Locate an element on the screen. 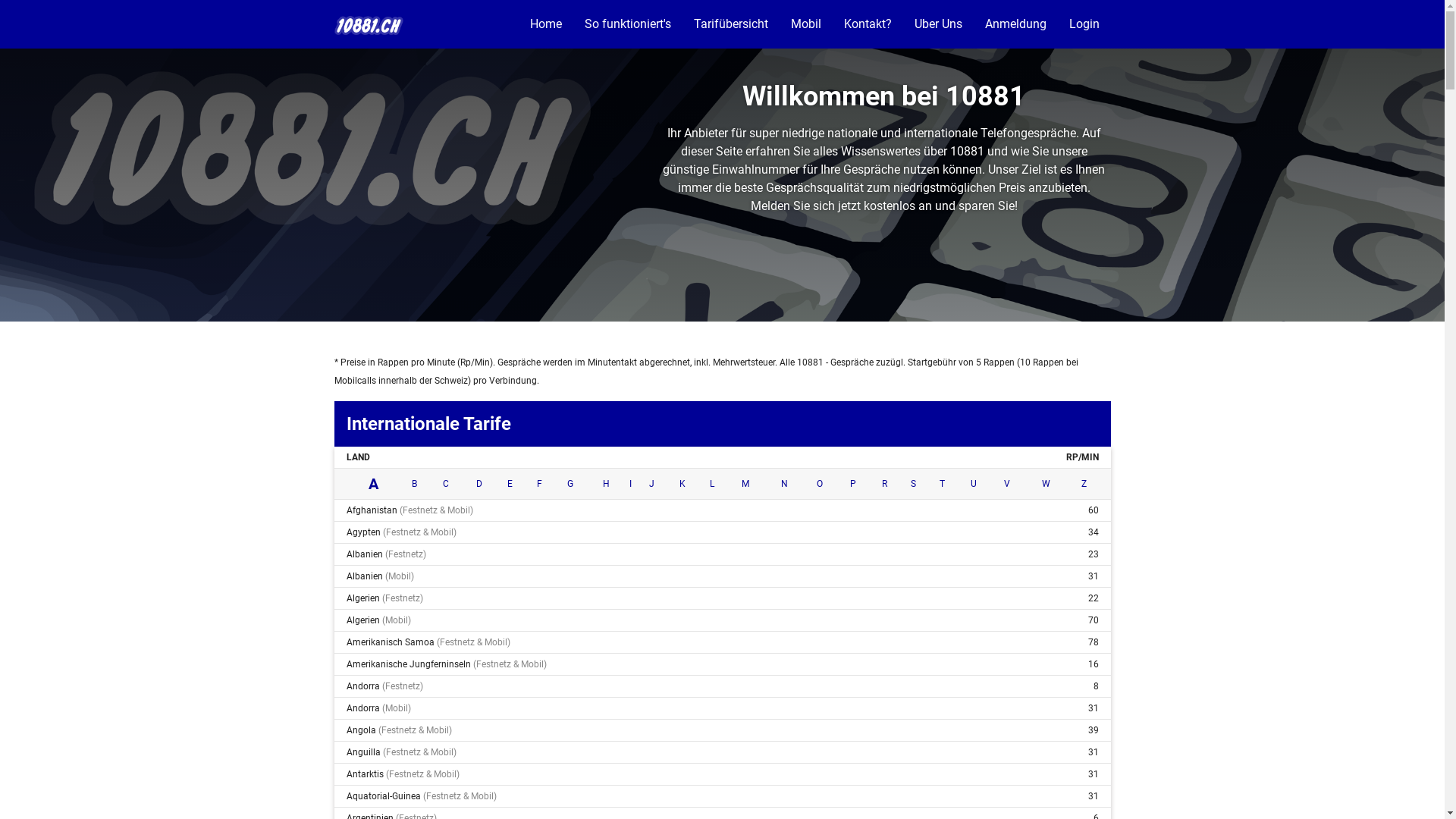 Image resolution: width=1456 pixels, height=819 pixels. 'M' is located at coordinates (745, 483).